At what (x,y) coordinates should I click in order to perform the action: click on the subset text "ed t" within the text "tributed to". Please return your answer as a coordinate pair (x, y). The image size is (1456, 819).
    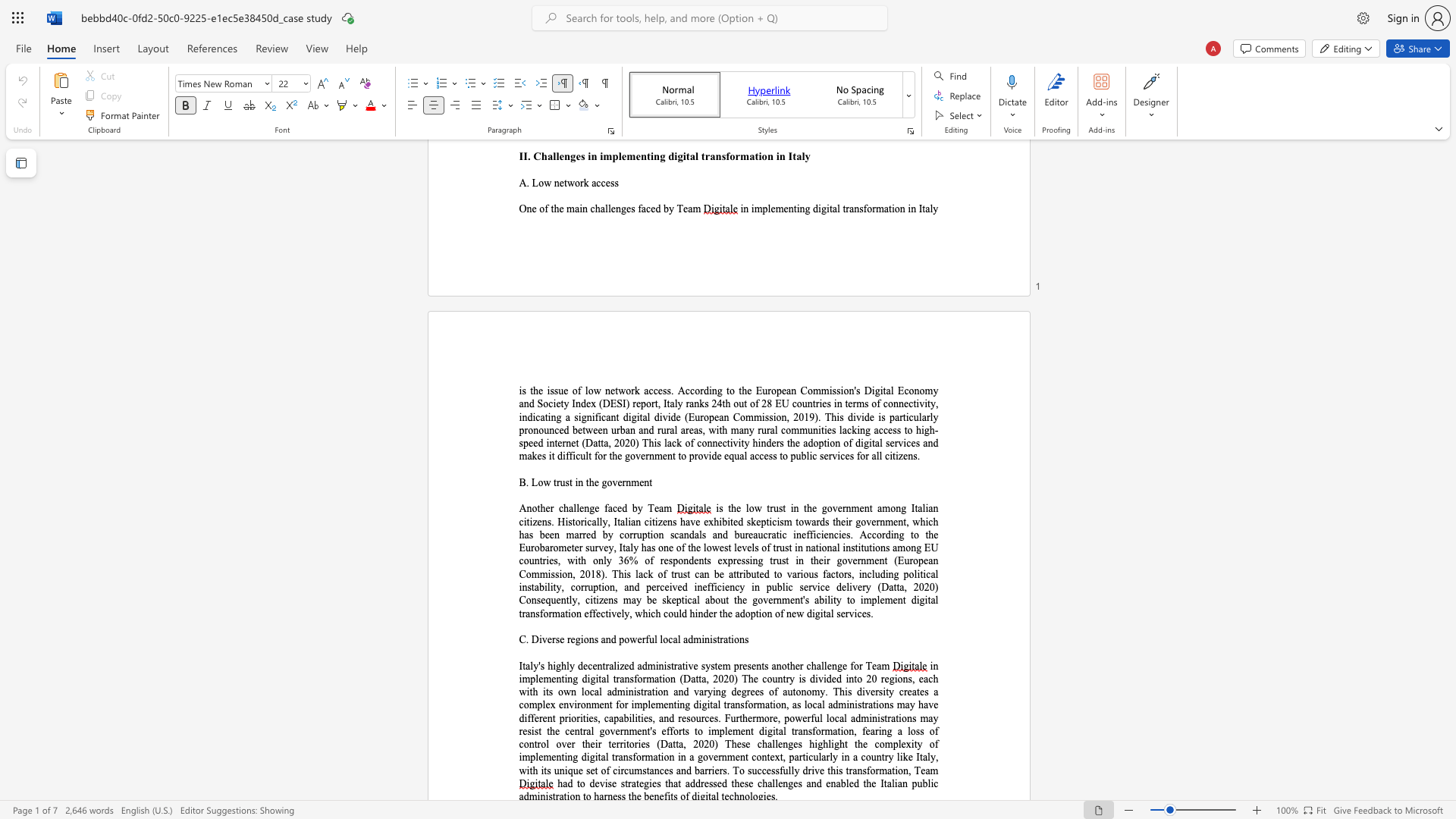
    Looking at the image, I should click on (759, 574).